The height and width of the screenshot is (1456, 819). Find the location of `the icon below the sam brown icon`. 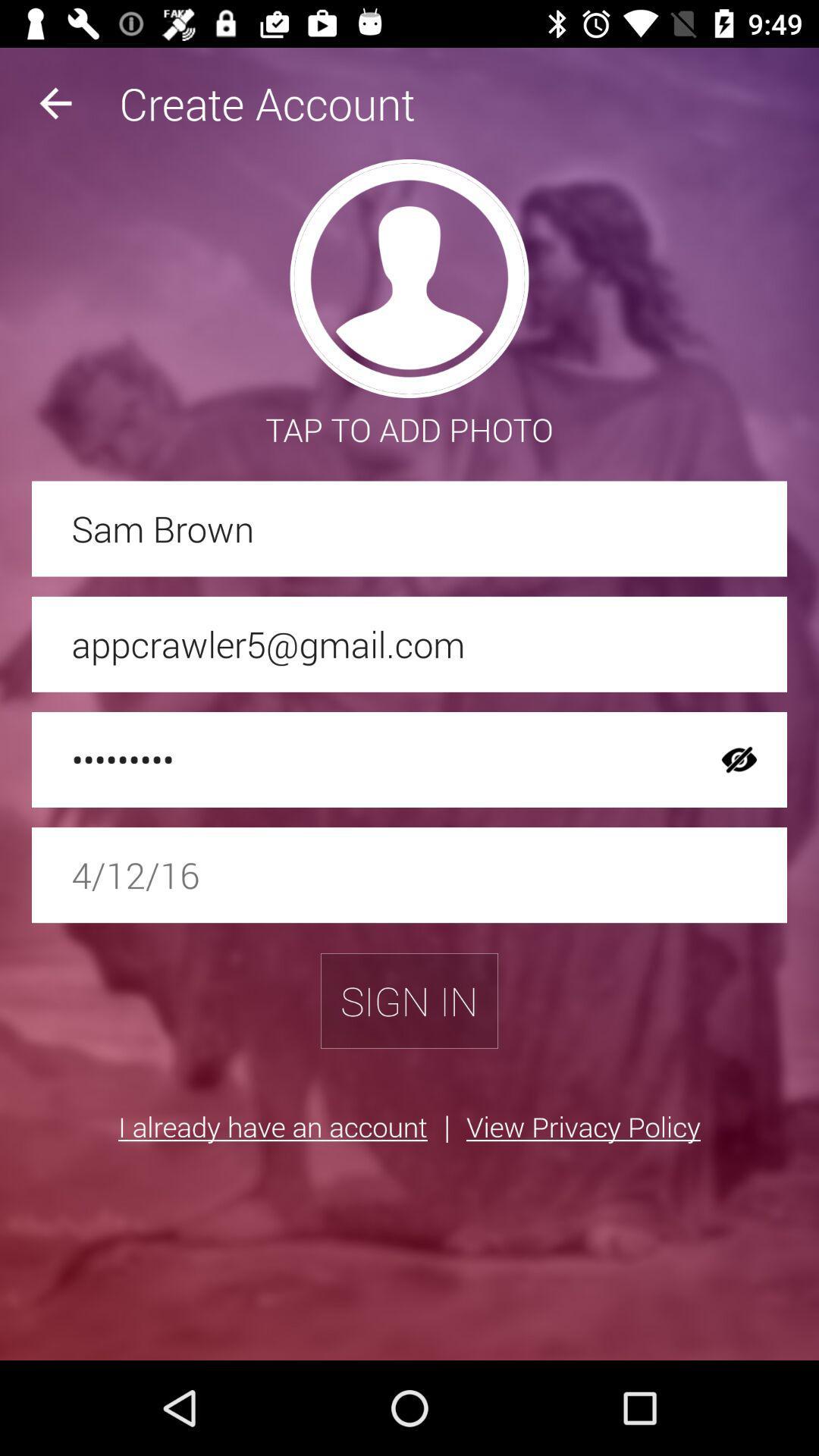

the icon below the sam brown icon is located at coordinates (409, 644).